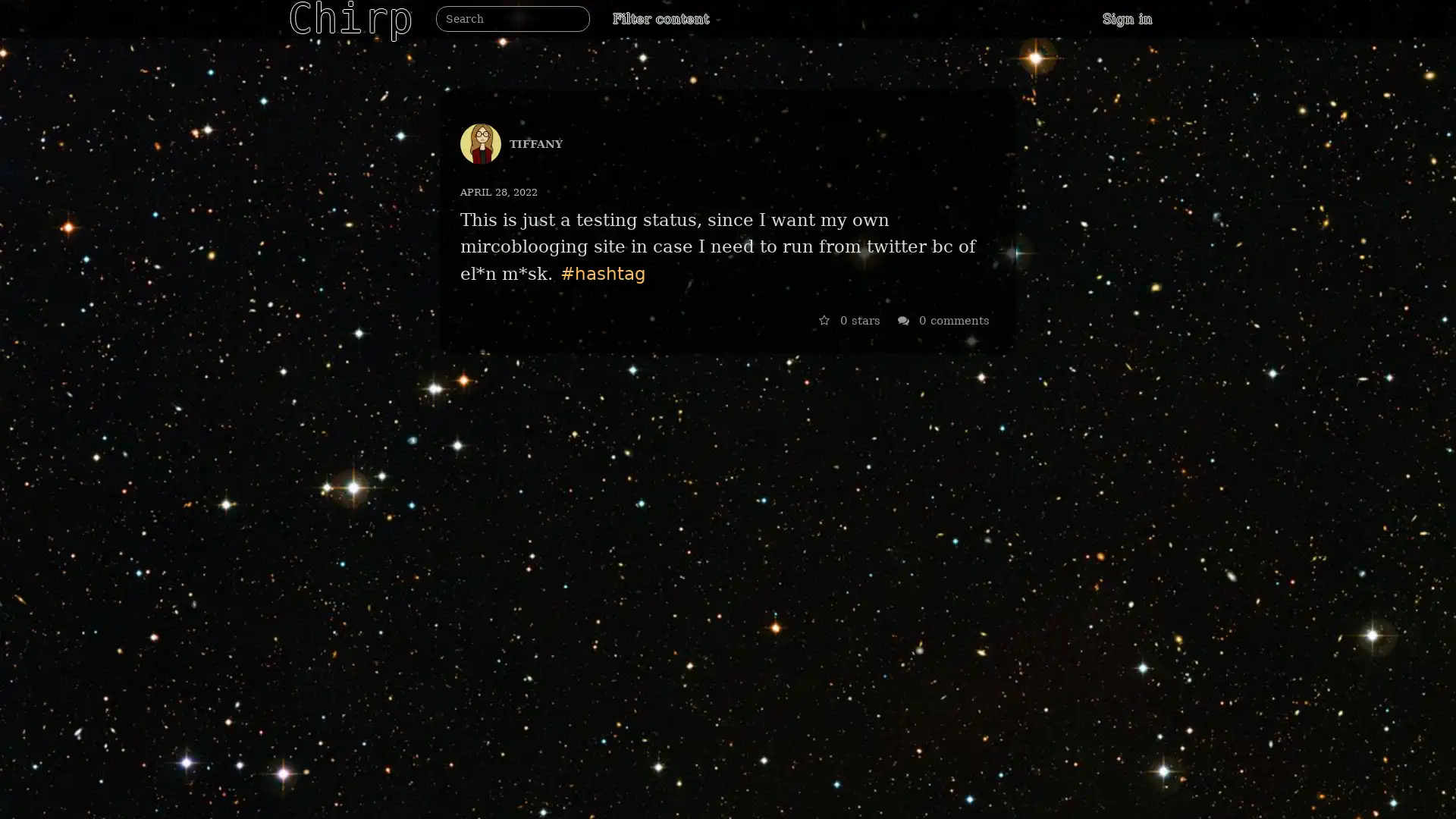 The width and height of the screenshot is (1456, 819). What do you see at coordinates (667, 18) in the screenshot?
I see `Filter content` at bounding box center [667, 18].